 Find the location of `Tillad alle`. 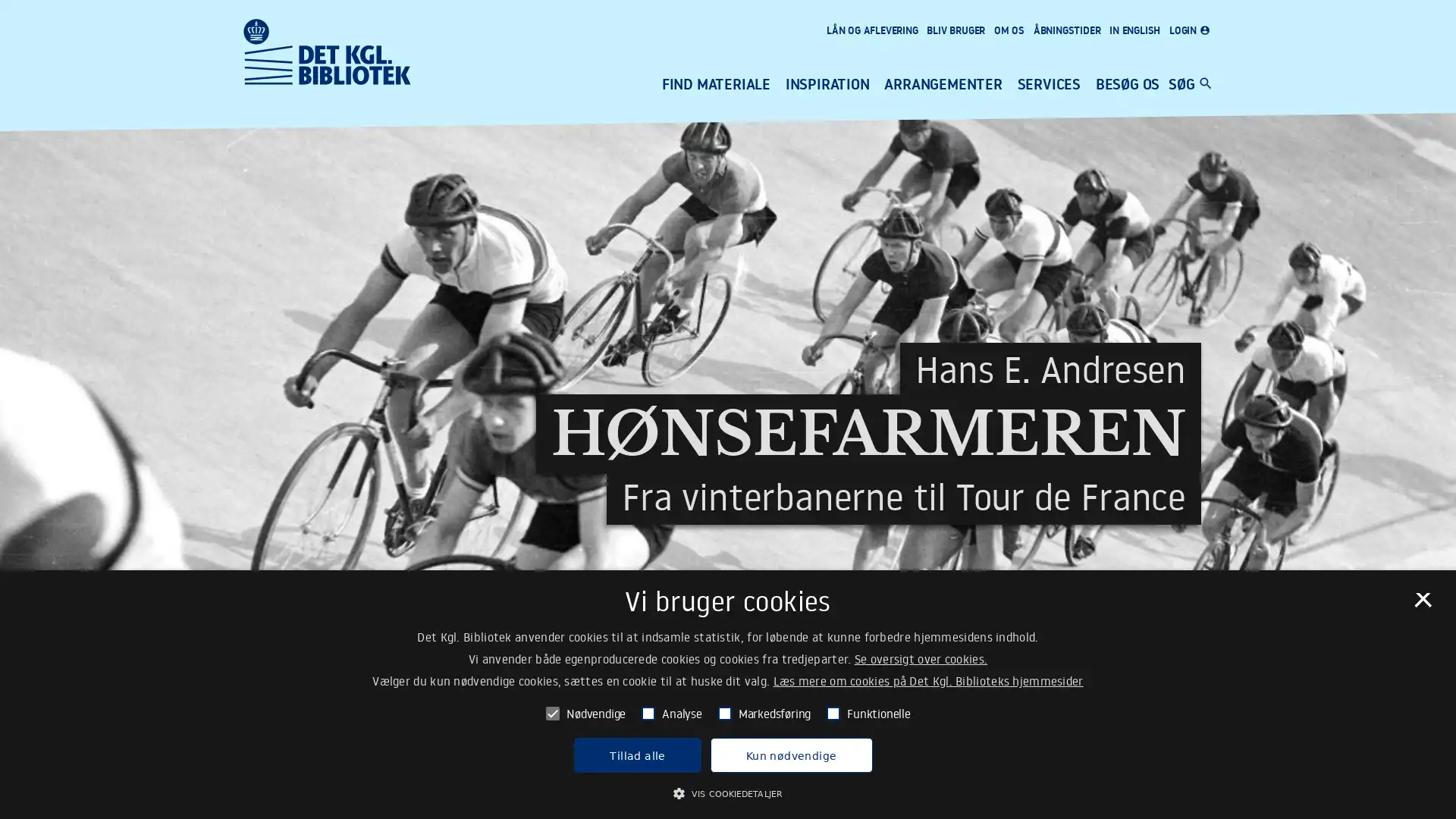

Tillad alle is located at coordinates (637, 755).